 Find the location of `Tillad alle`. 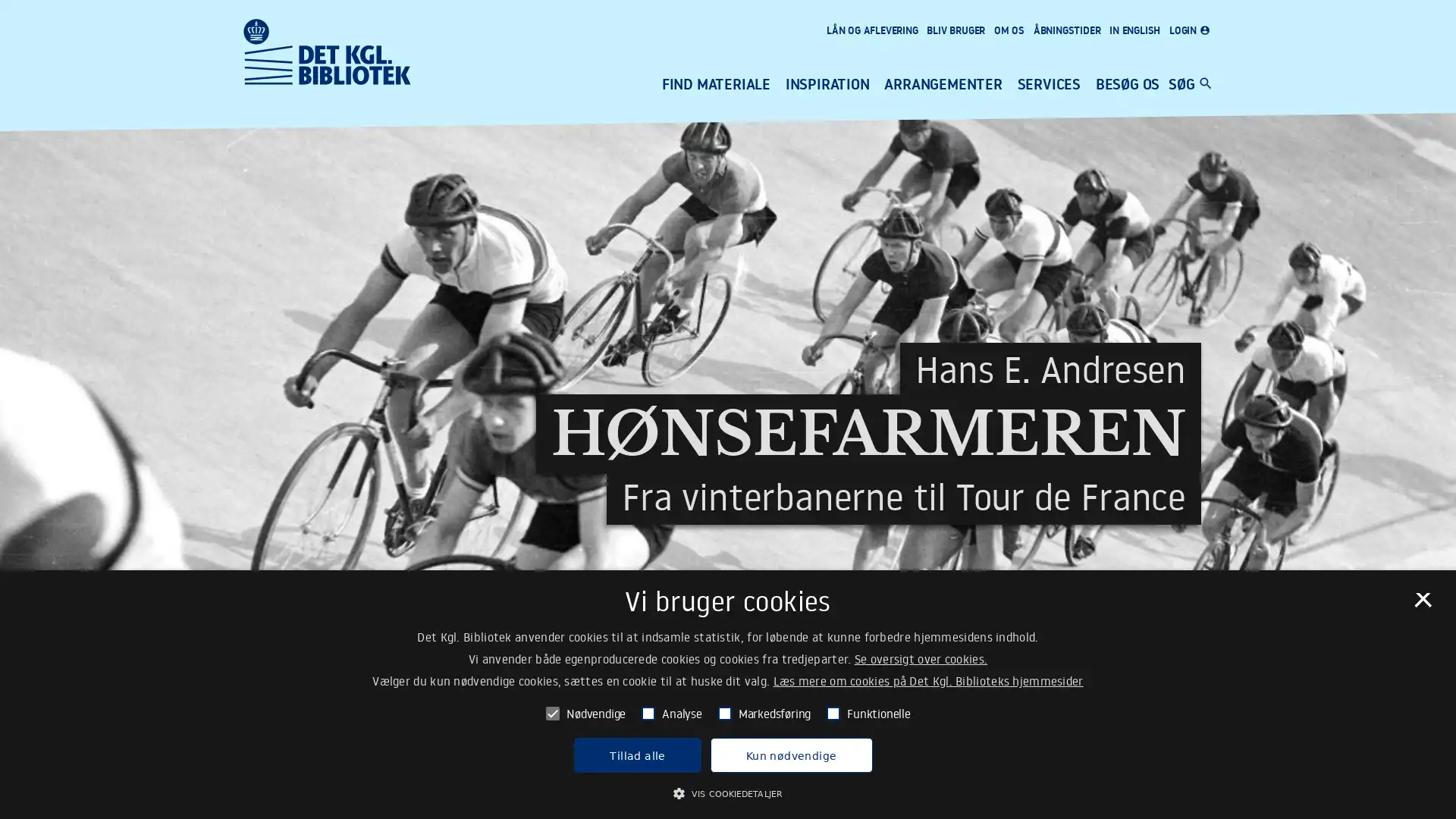

Tillad alle is located at coordinates (637, 755).